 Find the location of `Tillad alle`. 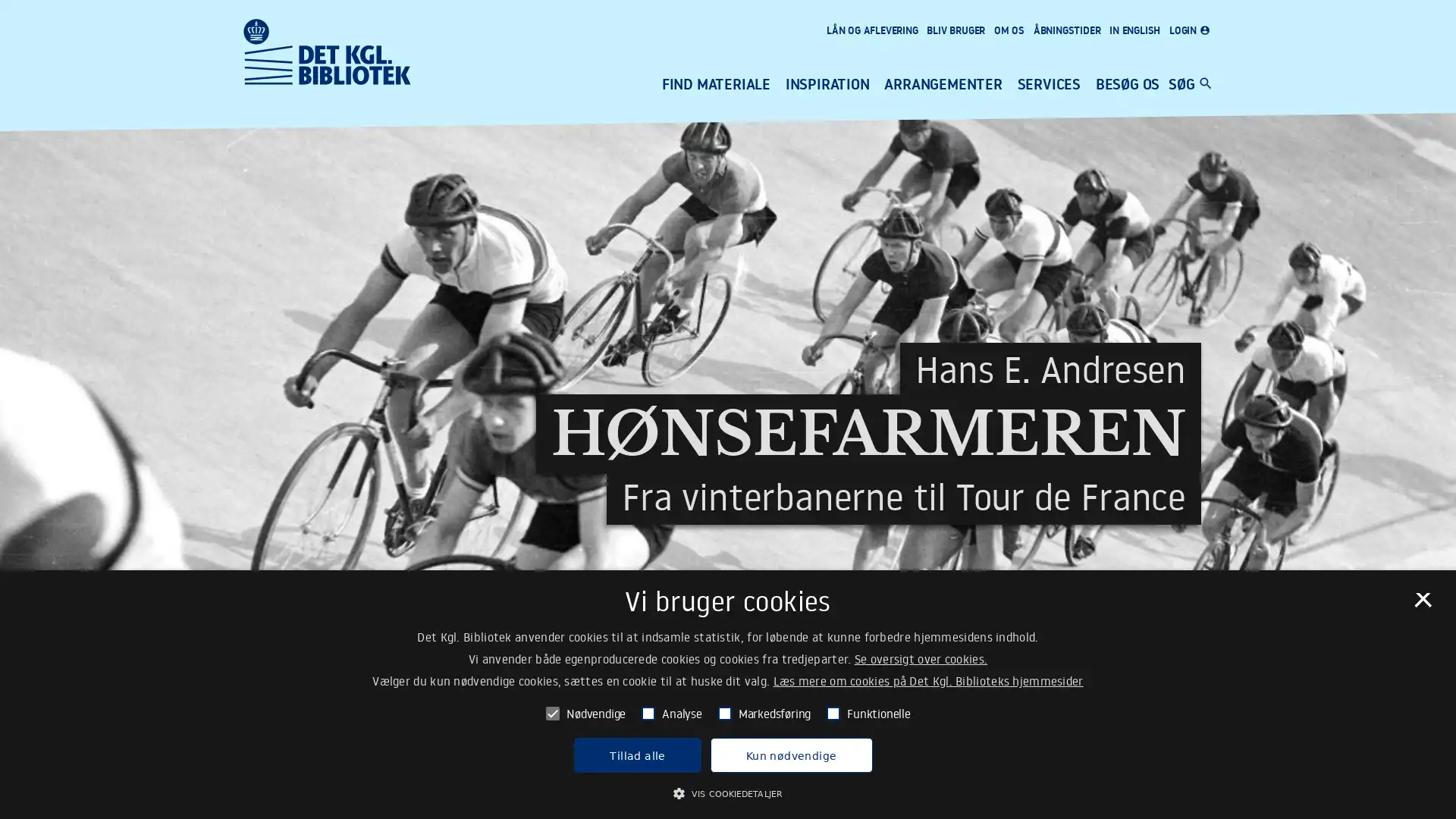

Tillad alle is located at coordinates (637, 755).